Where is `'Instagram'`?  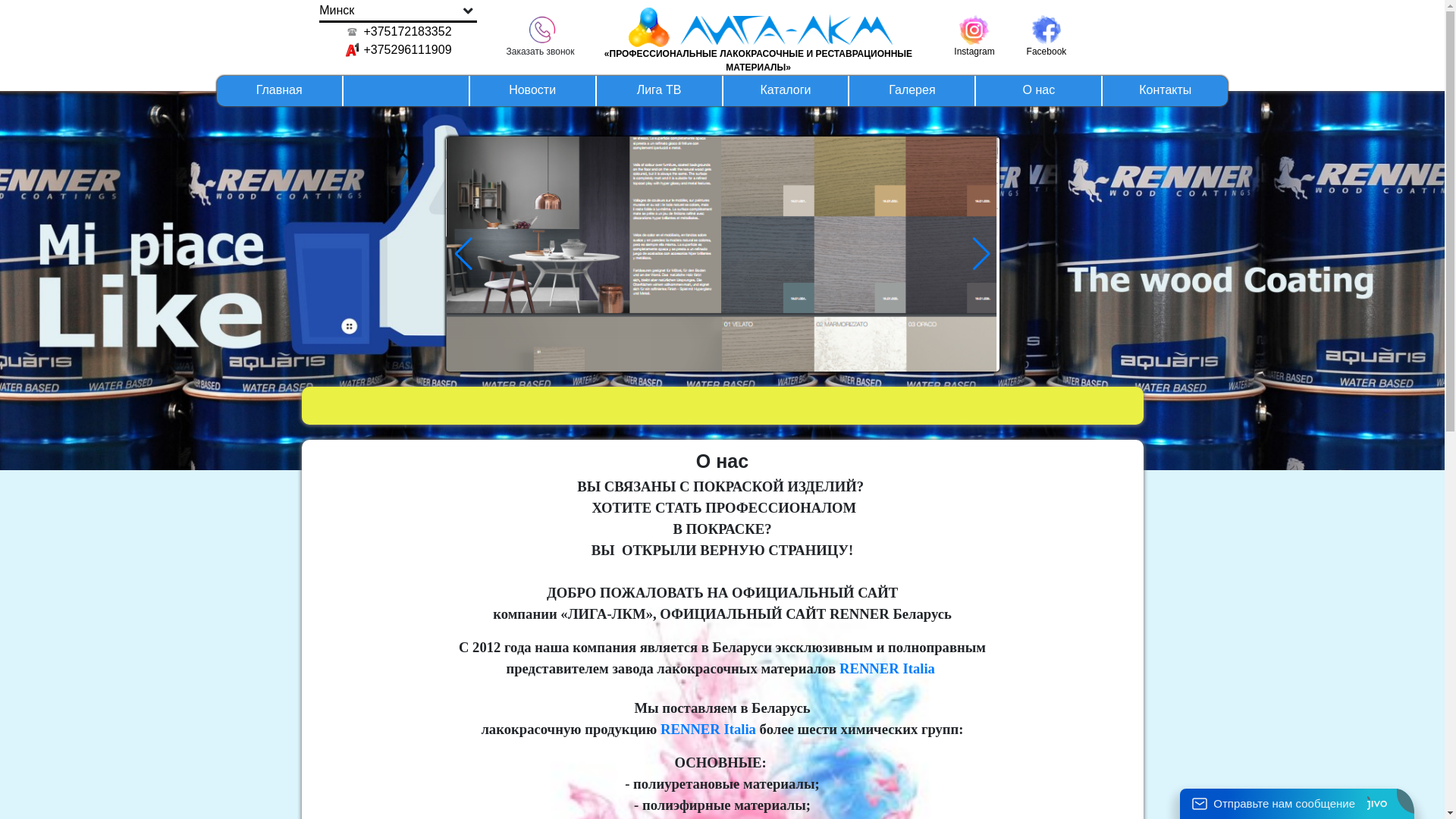 'Instagram' is located at coordinates (974, 29).